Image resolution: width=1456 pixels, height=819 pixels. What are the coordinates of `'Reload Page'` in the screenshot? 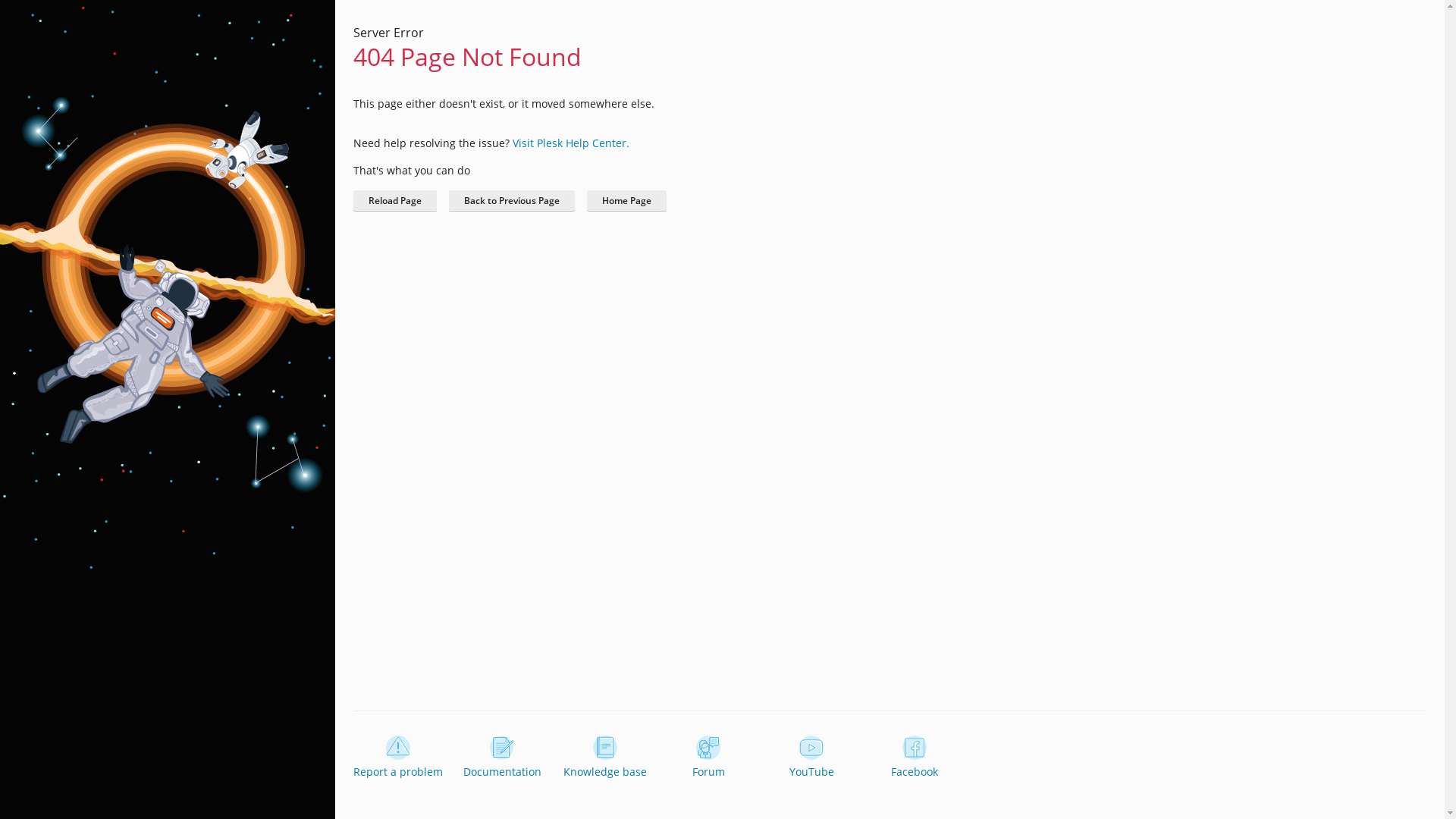 It's located at (395, 200).